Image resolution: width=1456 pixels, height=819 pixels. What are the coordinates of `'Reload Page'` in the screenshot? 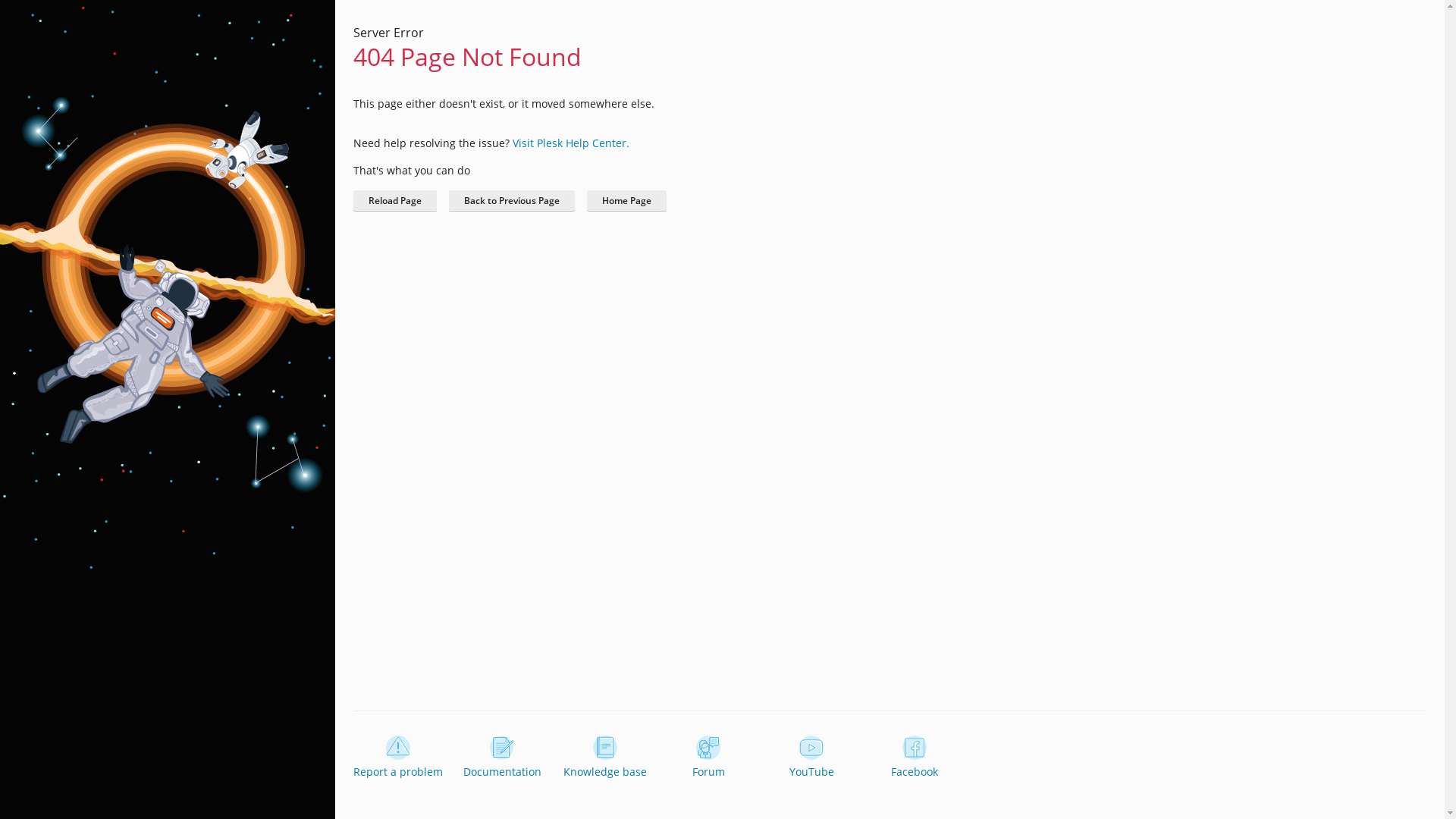 It's located at (395, 200).